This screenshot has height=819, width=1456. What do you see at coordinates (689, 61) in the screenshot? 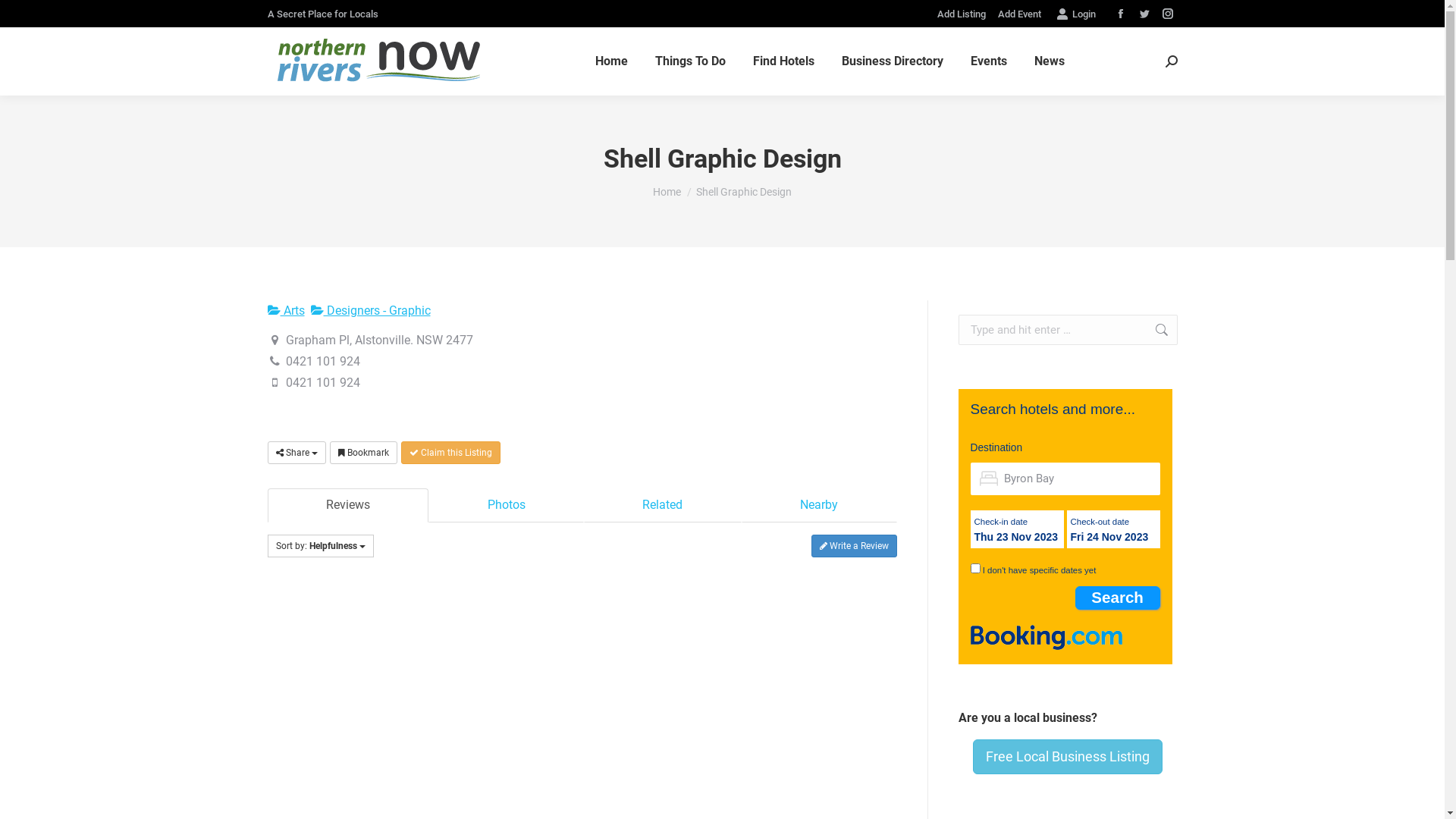
I see `'Things To Do'` at bounding box center [689, 61].